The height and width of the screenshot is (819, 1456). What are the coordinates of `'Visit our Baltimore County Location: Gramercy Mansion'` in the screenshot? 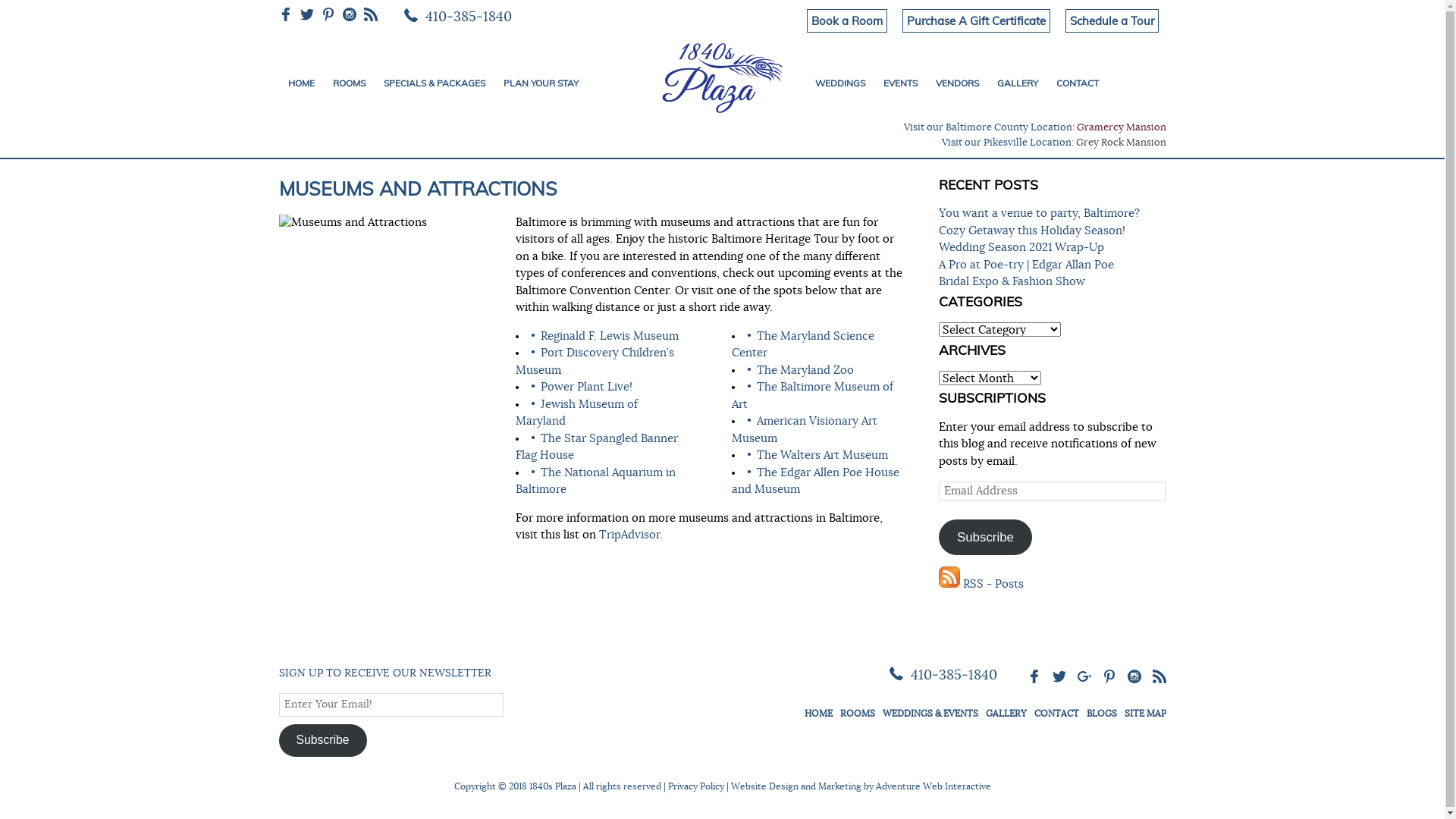 It's located at (1034, 127).